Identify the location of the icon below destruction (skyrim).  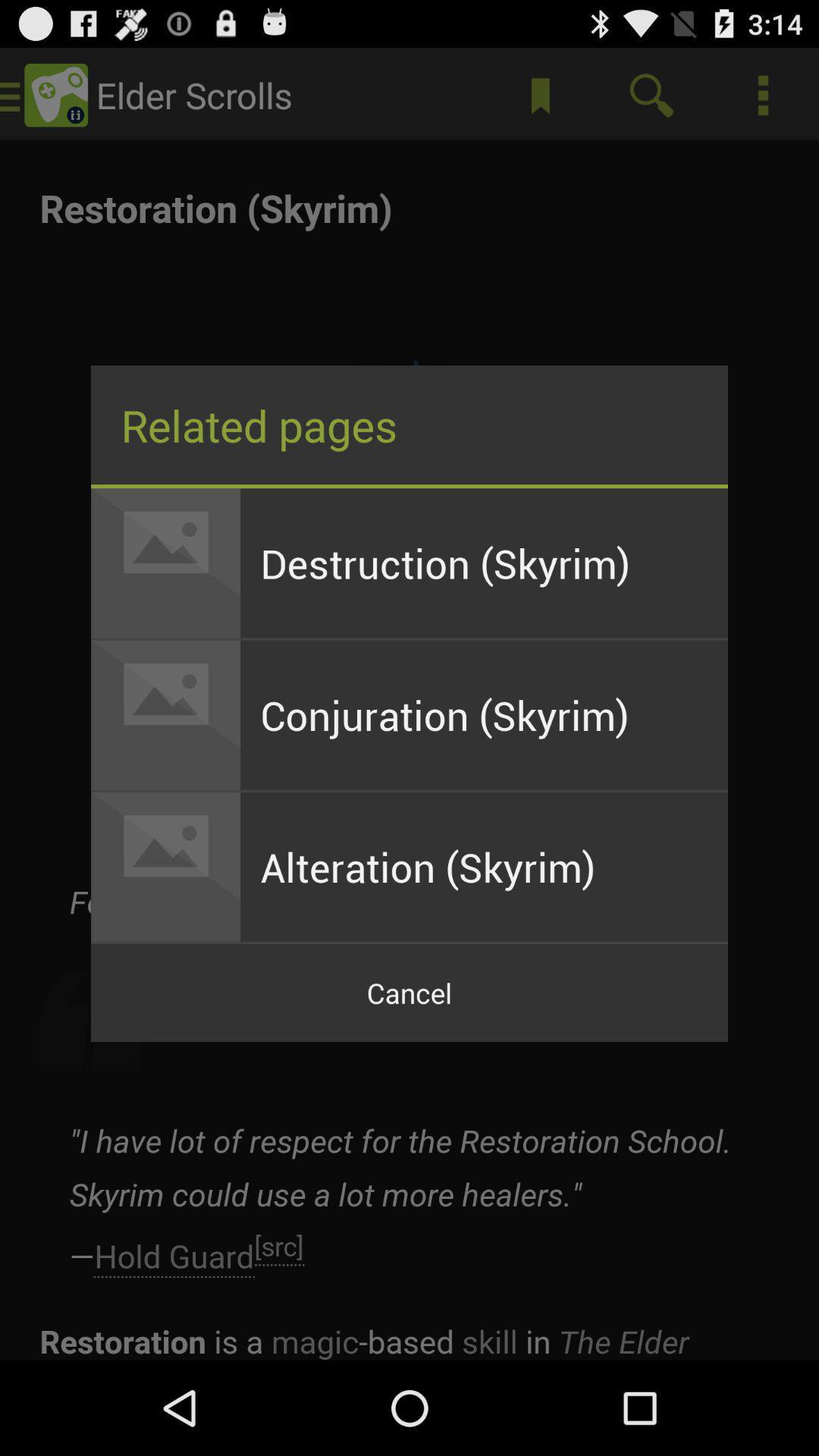
(484, 714).